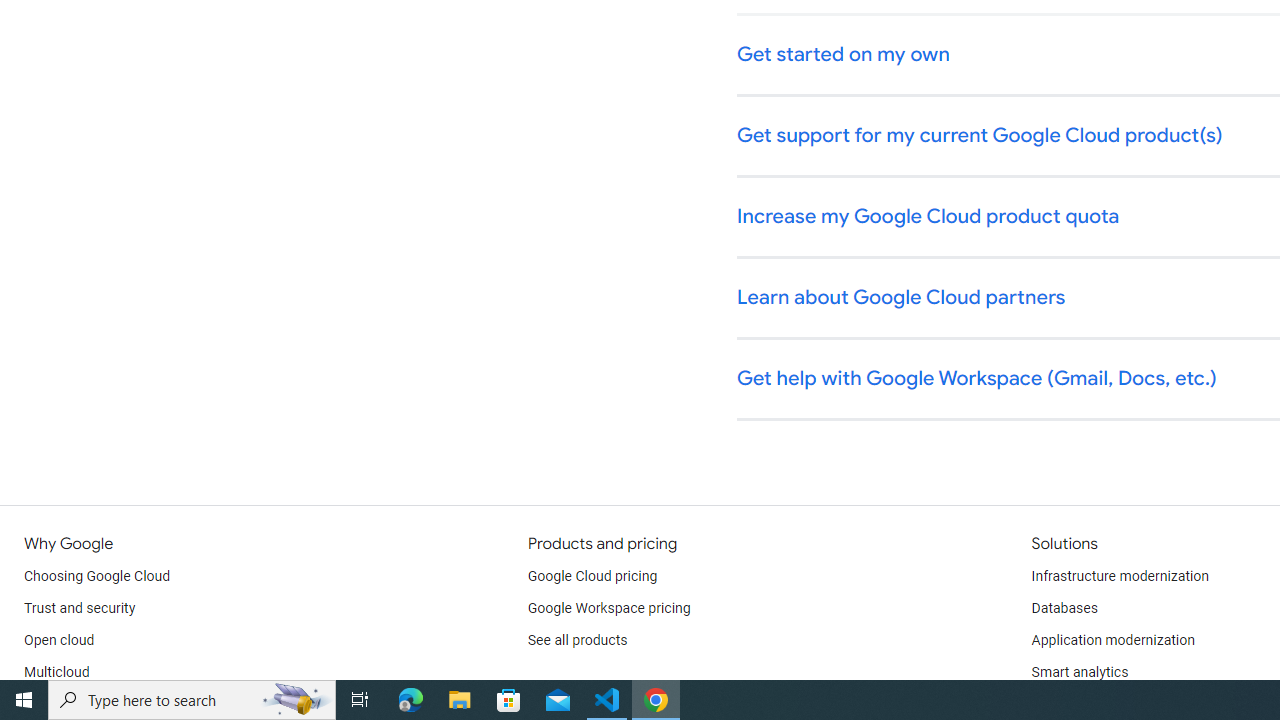 The image size is (1280, 720). I want to click on 'Application modernization', so click(1111, 640).